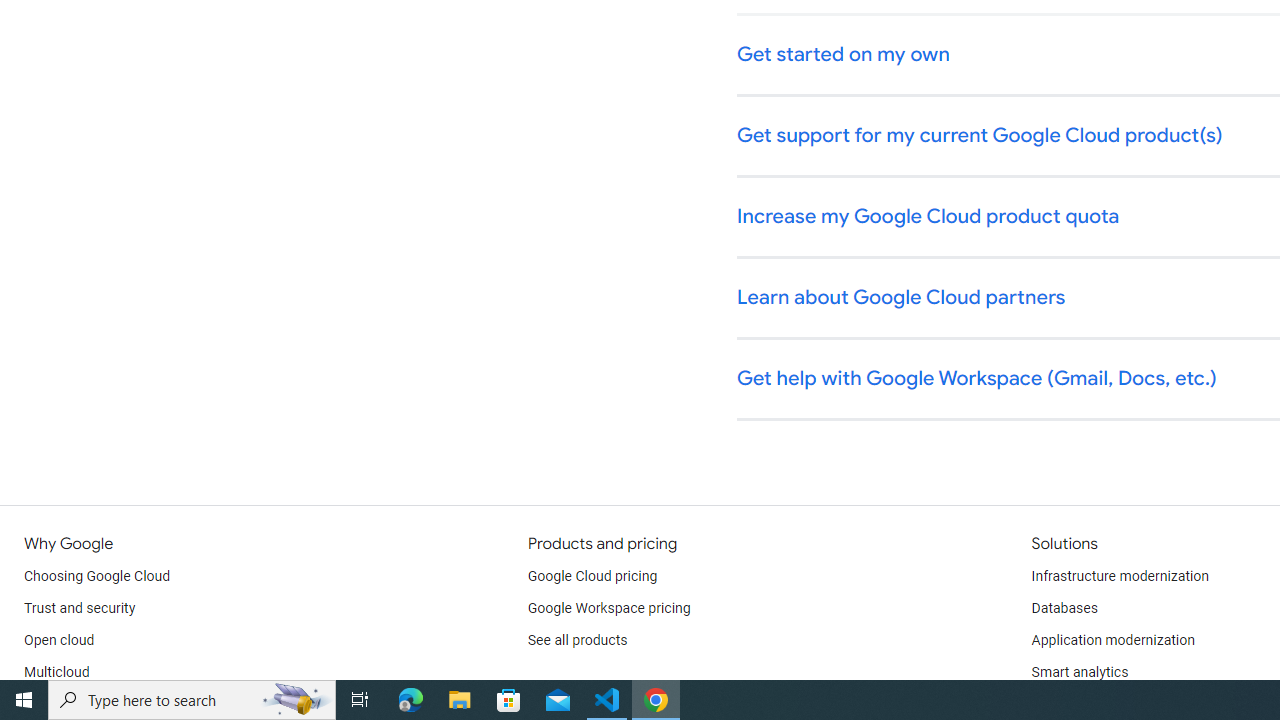 The image size is (1280, 720). I want to click on 'Application modernization', so click(1111, 640).